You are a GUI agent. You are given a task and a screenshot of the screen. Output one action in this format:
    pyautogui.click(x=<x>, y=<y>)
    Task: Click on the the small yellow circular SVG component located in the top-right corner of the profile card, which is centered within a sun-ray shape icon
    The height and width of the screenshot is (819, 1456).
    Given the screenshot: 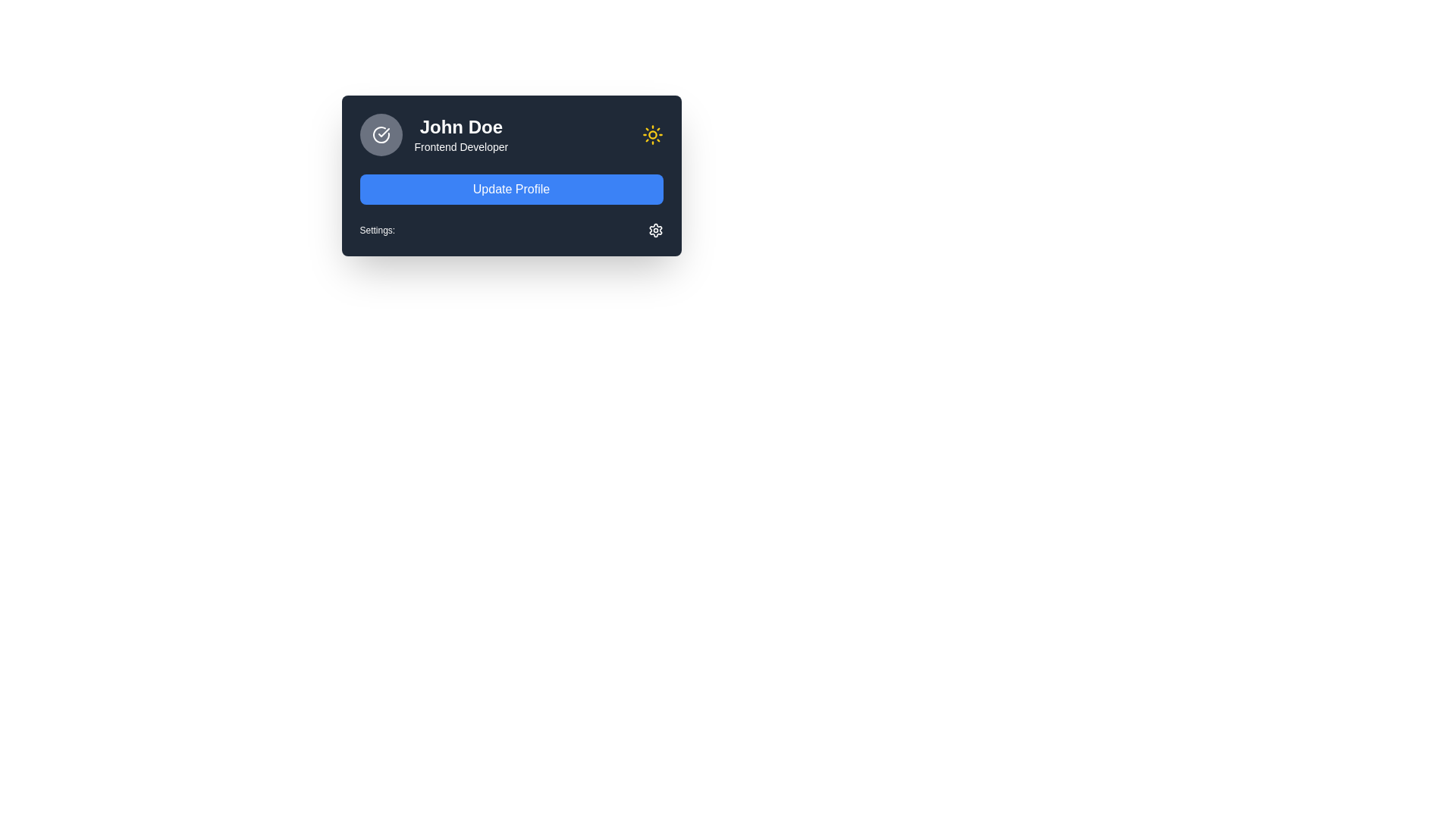 What is the action you would take?
    pyautogui.click(x=652, y=133)
    